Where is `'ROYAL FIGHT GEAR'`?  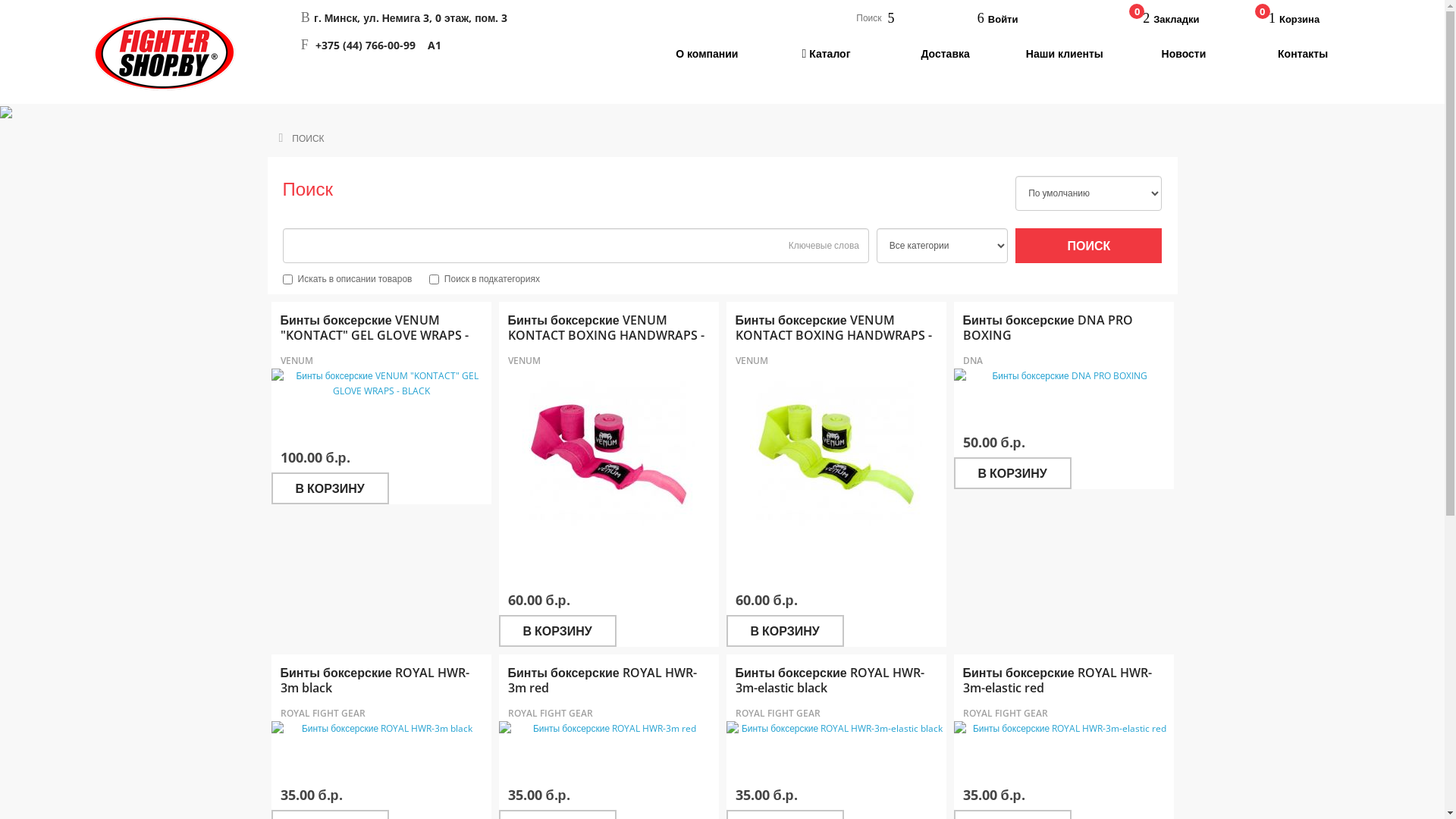 'ROYAL FIGHT GEAR' is located at coordinates (778, 713).